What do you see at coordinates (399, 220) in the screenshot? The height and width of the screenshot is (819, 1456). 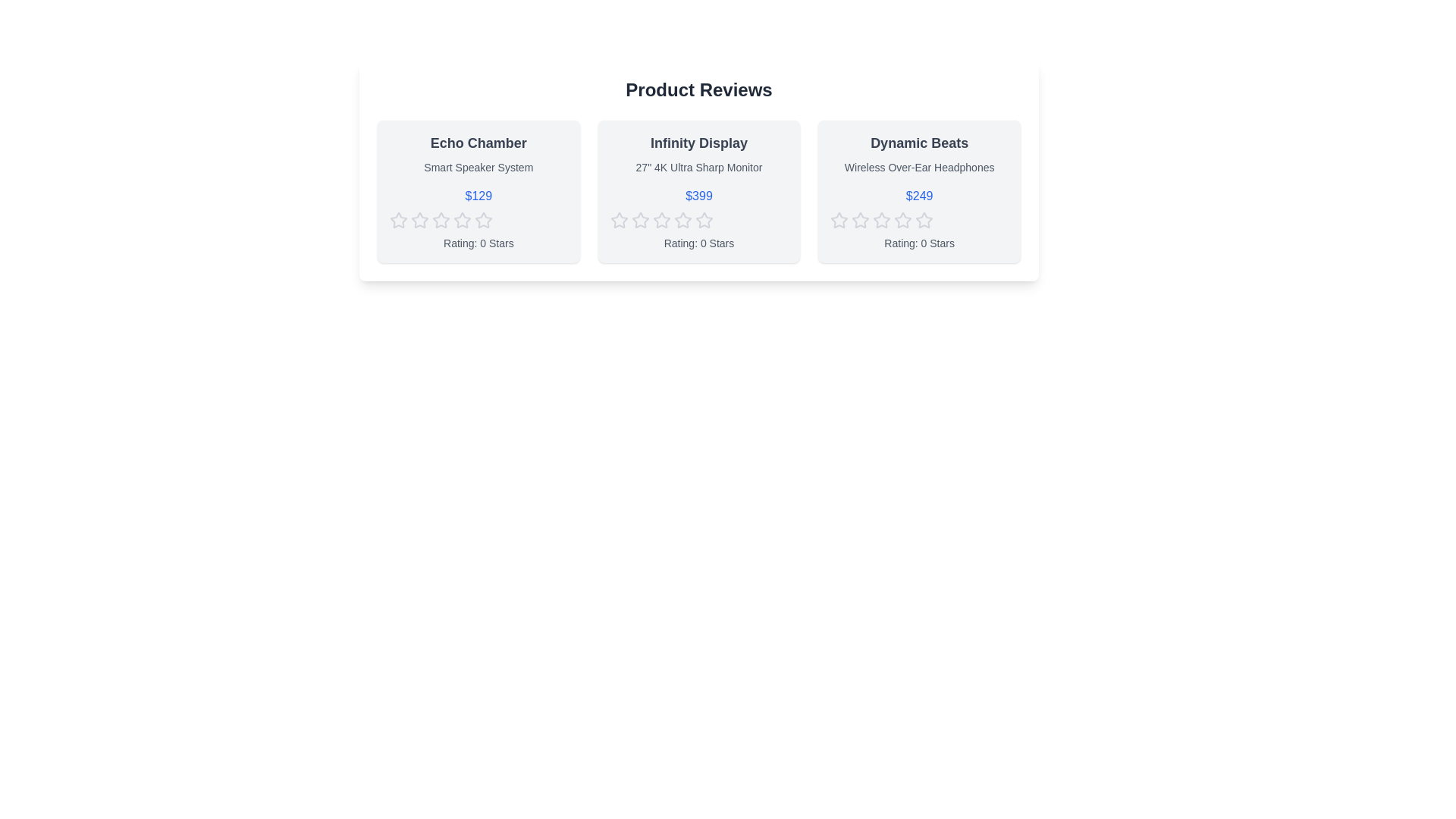 I see `the interactive rating star located in the first product review card titled 'Echo Chamber', positioned on the leftmost side as the first star in the horizontal row of rating stars` at bounding box center [399, 220].